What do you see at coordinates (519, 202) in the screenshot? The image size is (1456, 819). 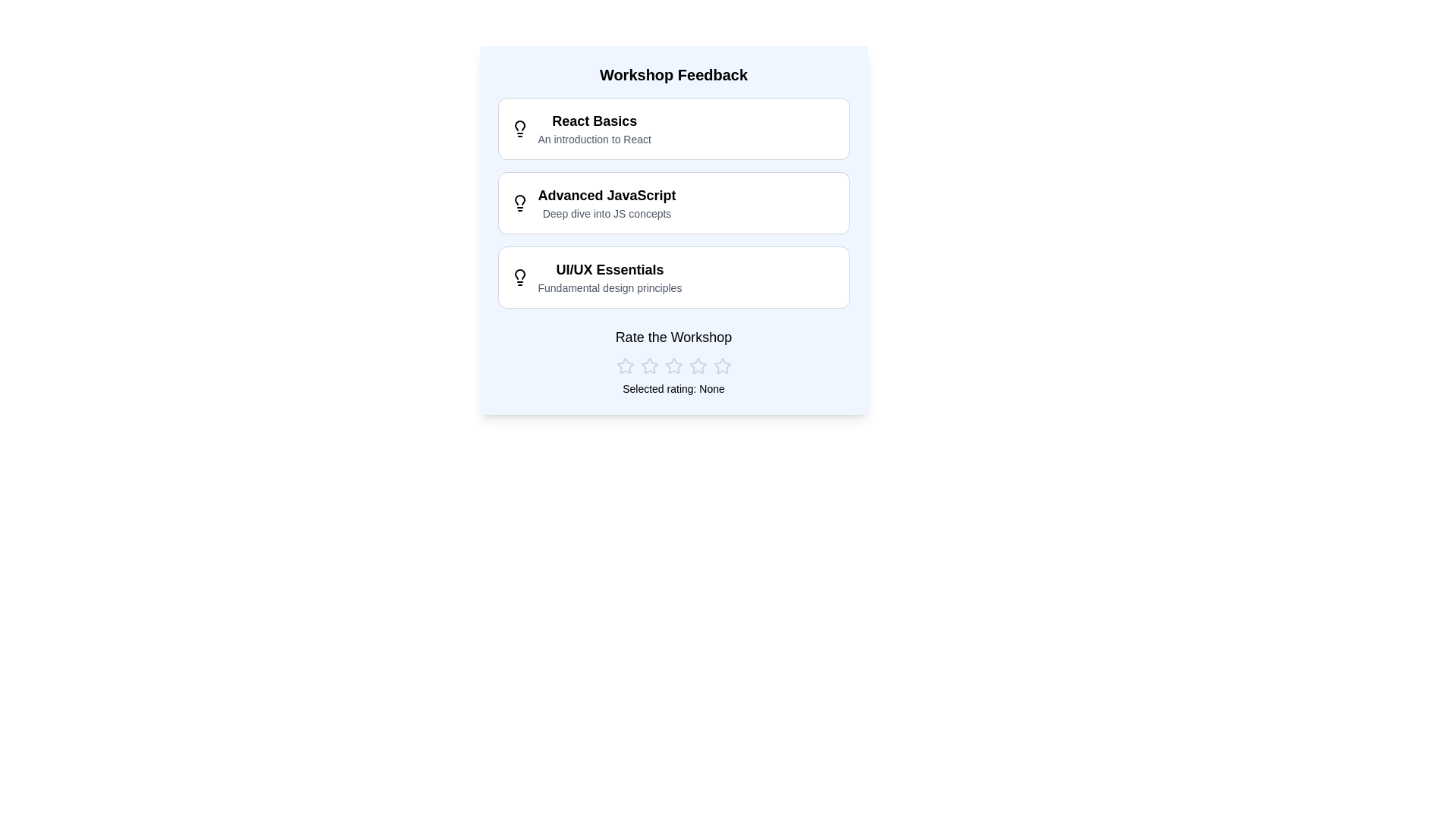 I see `the decorative icon that represents learning or knowledge, positioned to the left of the 'Advanced JavaScript' text in the workshop feedback interface` at bounding box center [519, 202].